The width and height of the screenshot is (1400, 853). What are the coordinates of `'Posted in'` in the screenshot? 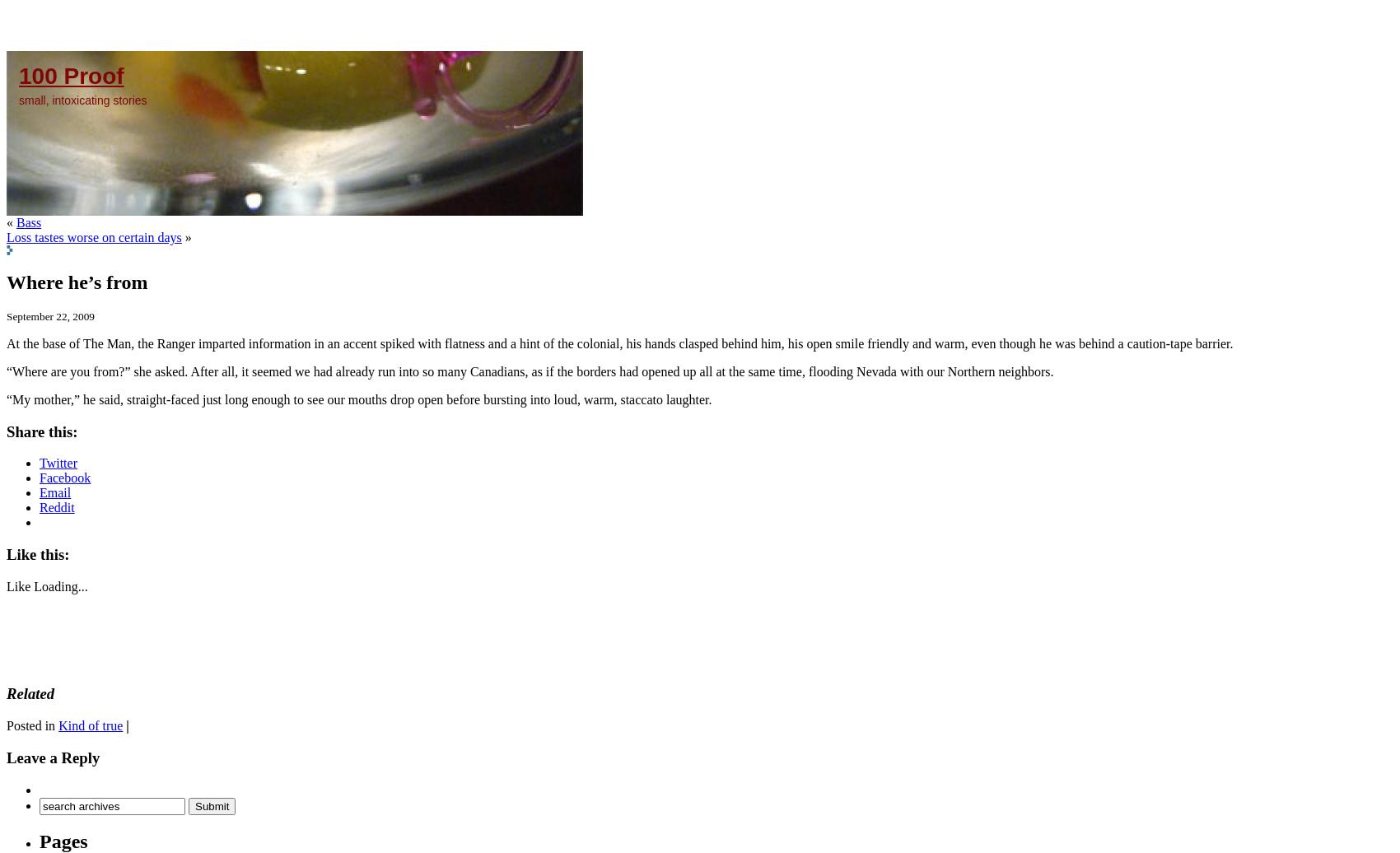 It's located at (6, 725).